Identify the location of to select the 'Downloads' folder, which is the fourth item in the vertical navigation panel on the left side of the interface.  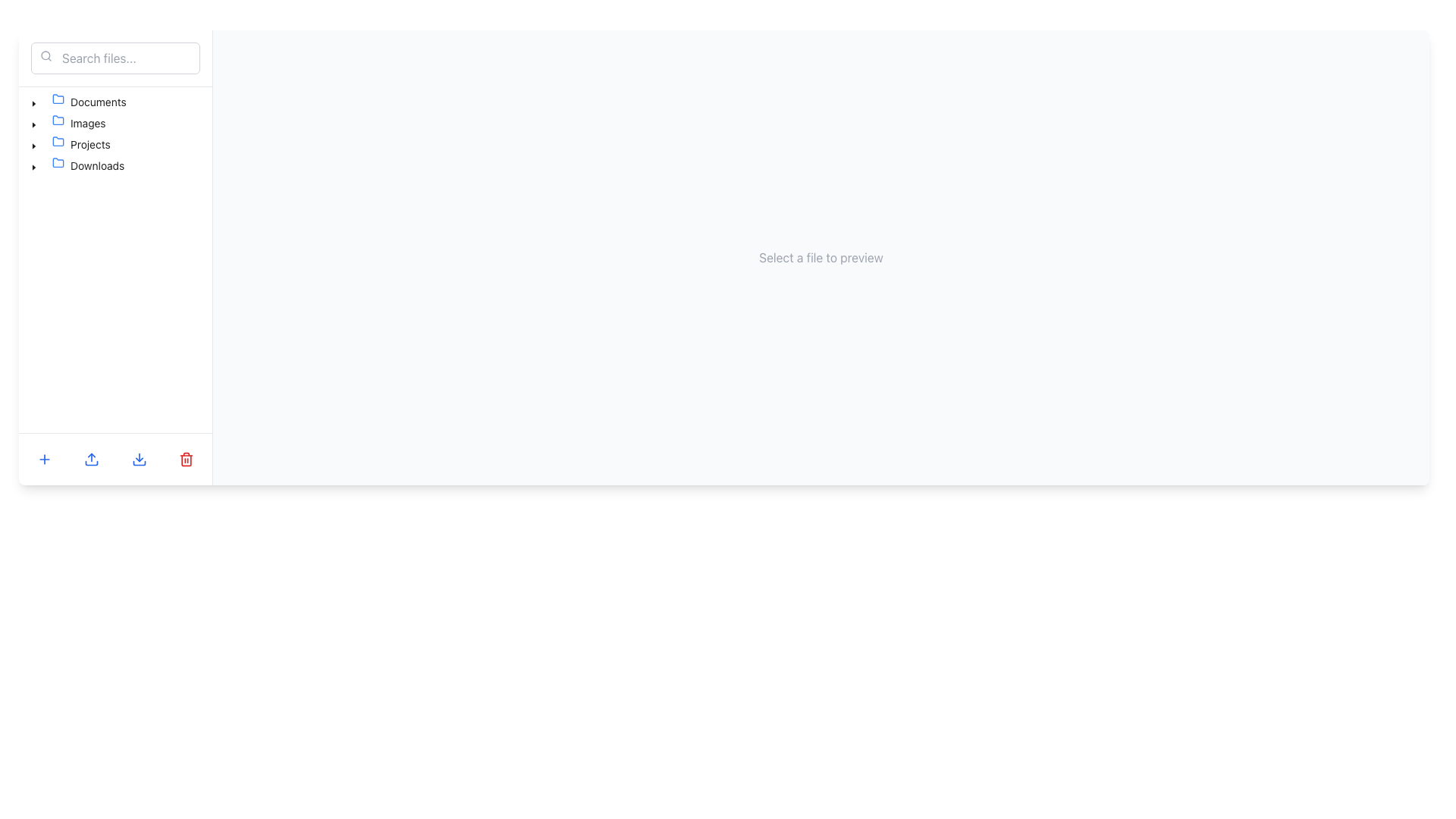
(87, 166).